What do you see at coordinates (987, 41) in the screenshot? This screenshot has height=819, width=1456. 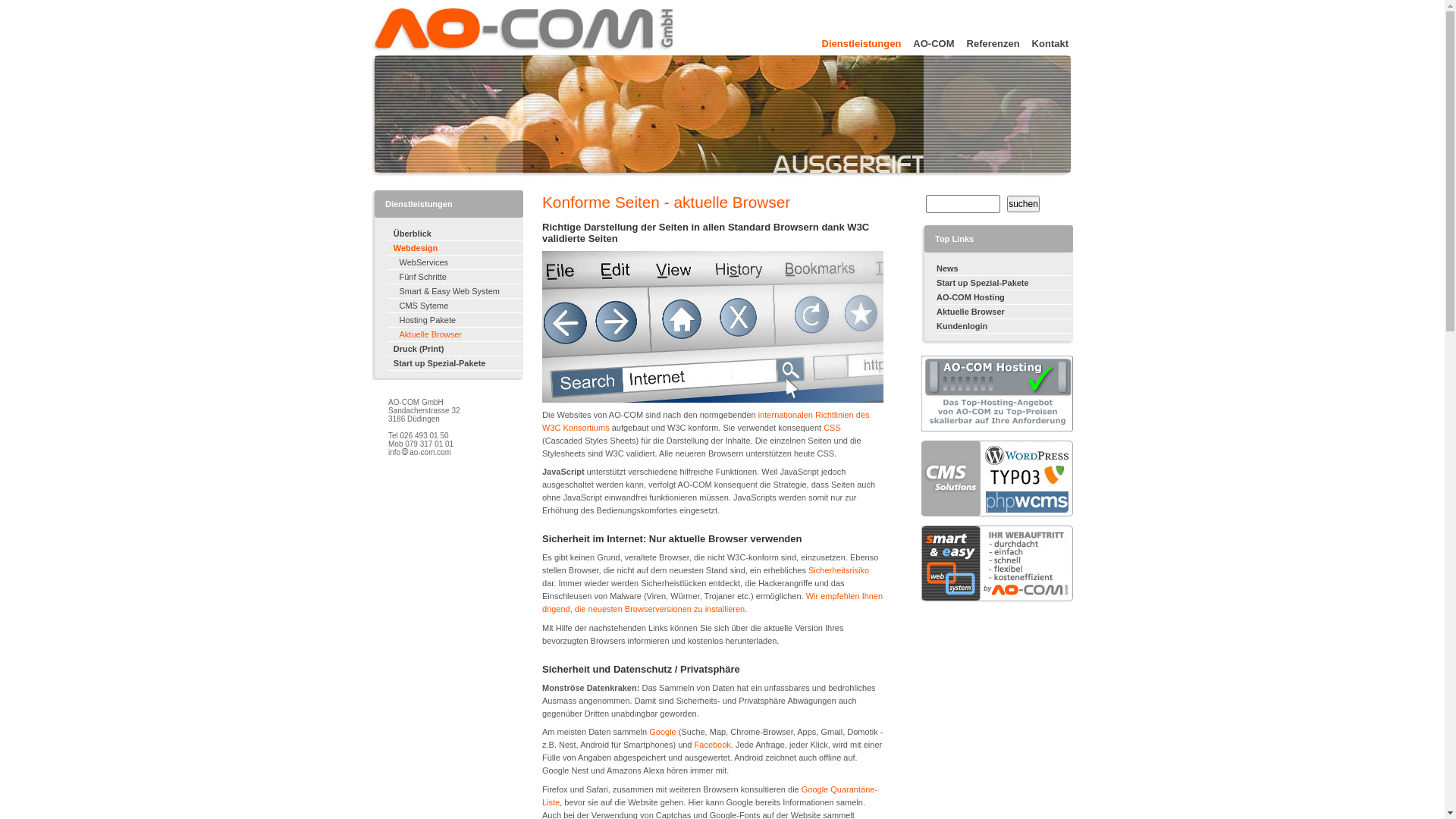 I see `'Referenzen'` at bounding box center [987, 41].